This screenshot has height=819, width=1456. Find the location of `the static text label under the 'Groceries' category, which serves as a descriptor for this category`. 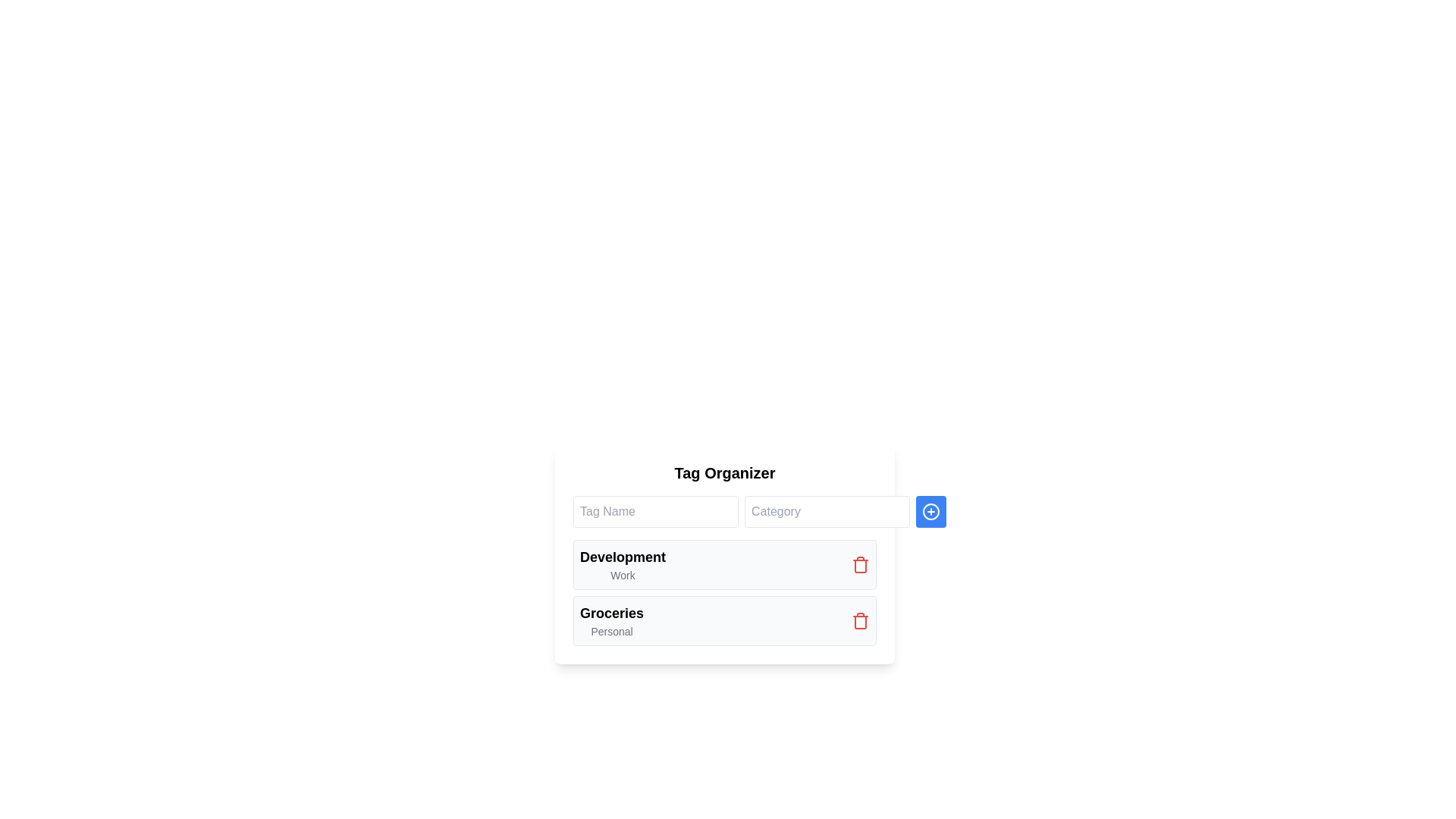

the static text label under the 'Groceries' category, which serves as a descriptor for this category is located at coordinates (611, 632).